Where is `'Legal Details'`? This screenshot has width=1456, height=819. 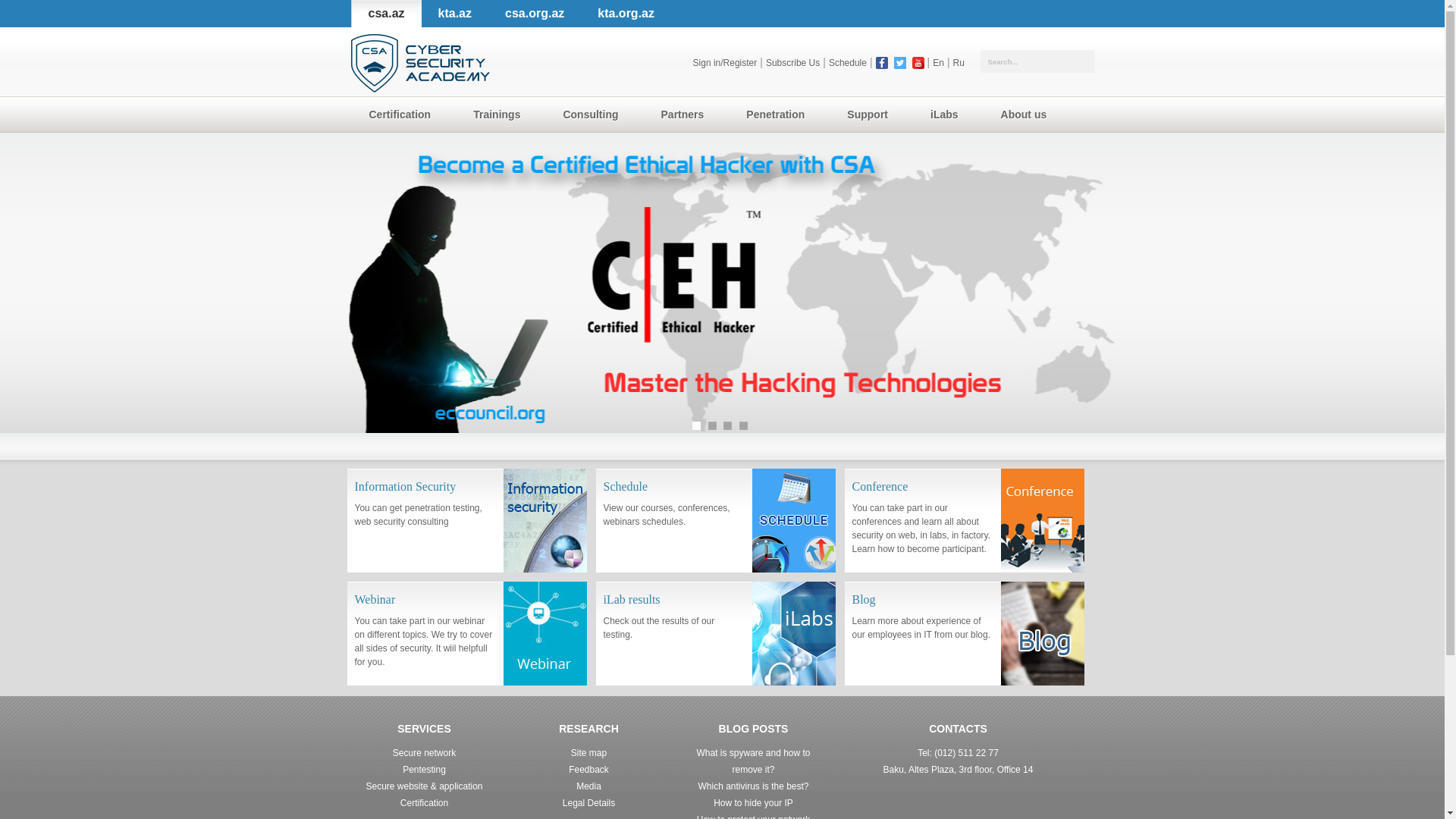 'Legal Details' is located at coordinates (588, 802).